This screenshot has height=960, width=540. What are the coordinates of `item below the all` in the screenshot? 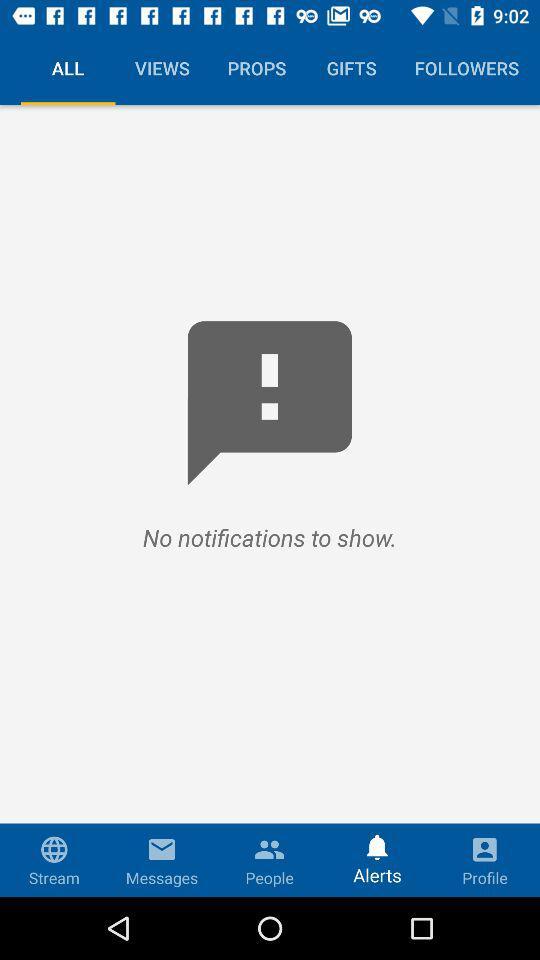 It's located at (270, 500).